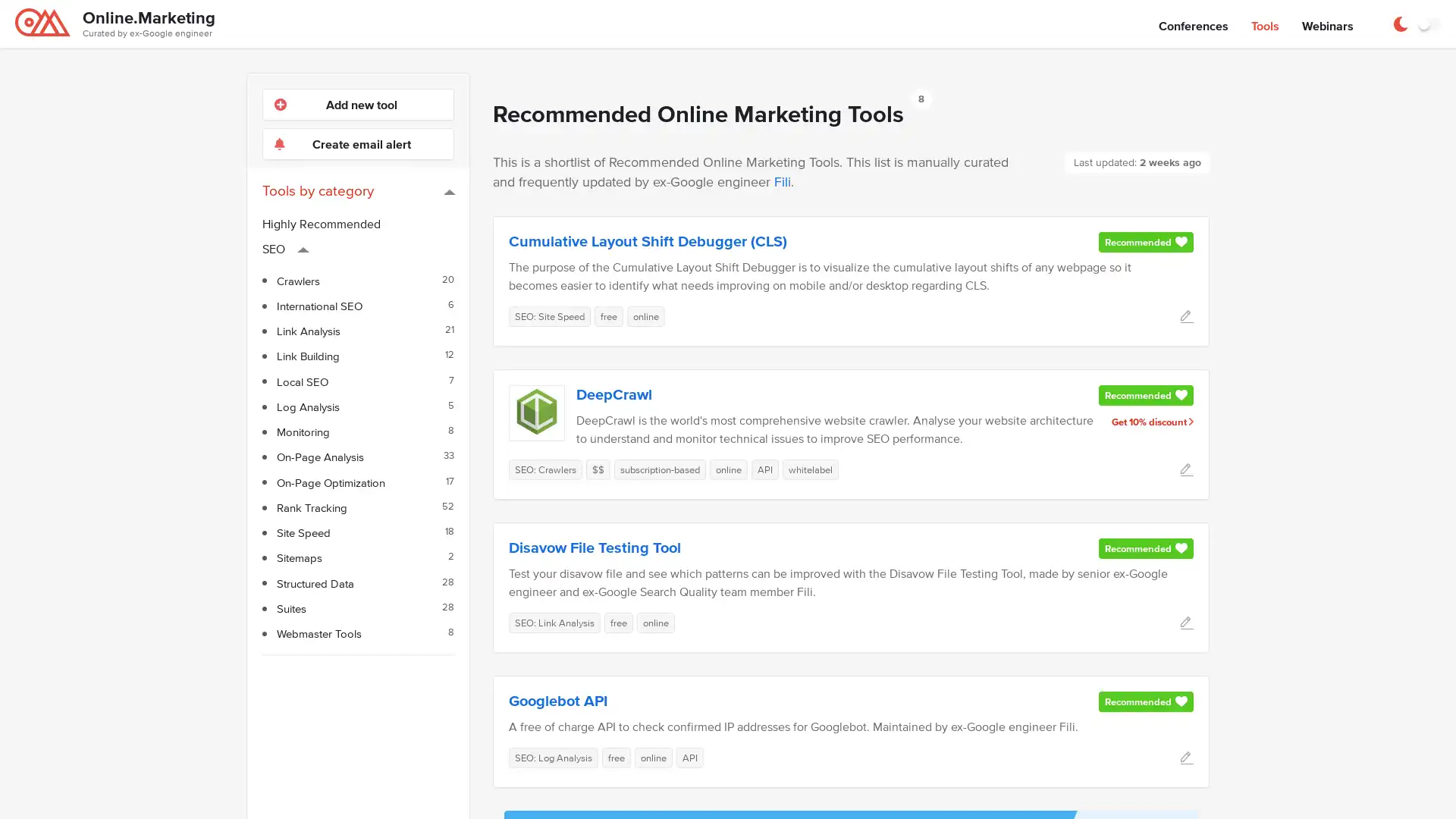  I want to click on online, so click(728, 468).